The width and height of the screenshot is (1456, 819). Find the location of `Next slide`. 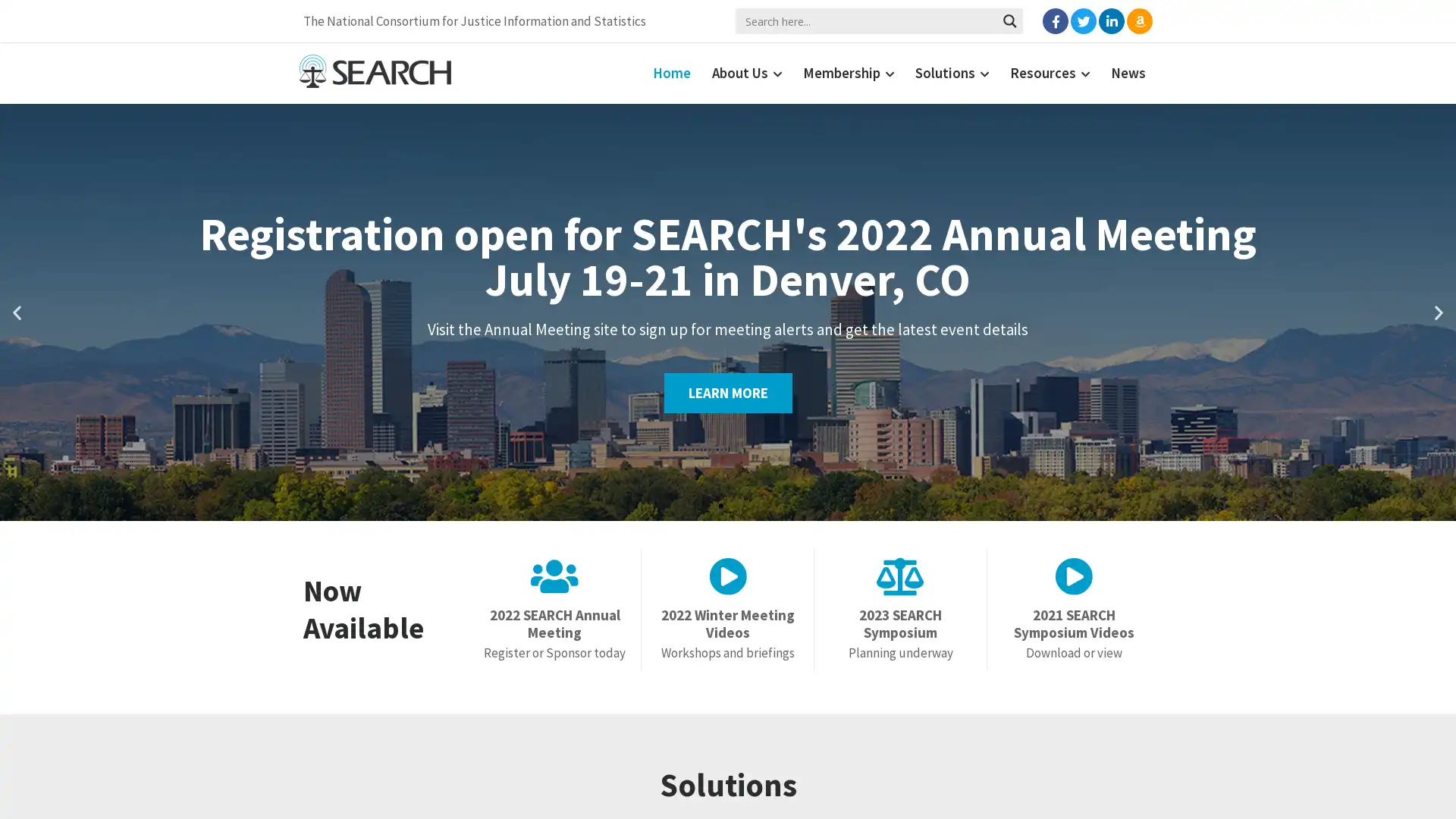

Next slide is located at coordinates (1438, 311).